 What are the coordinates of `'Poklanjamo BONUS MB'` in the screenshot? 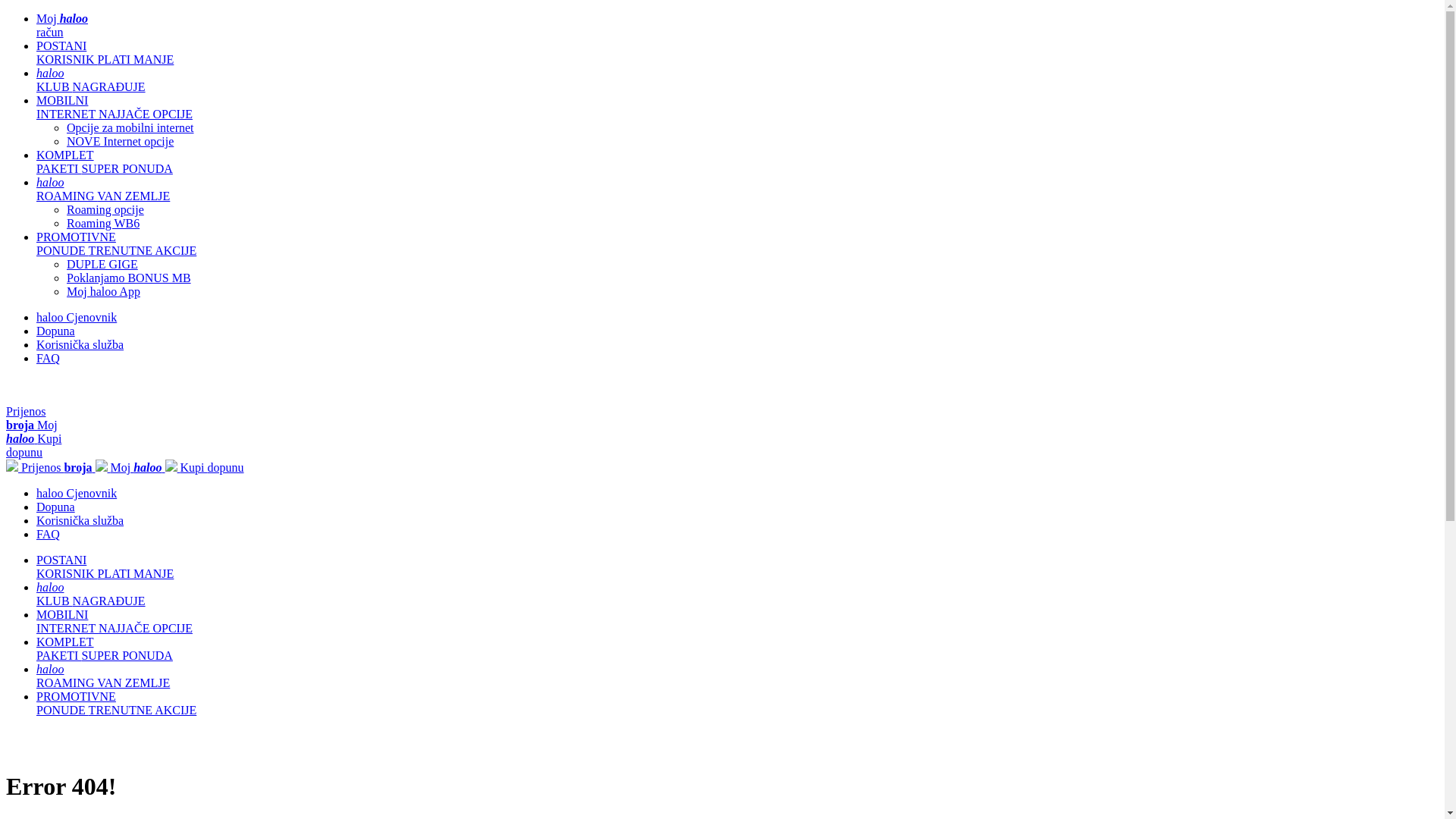 It's located at (128, 278).